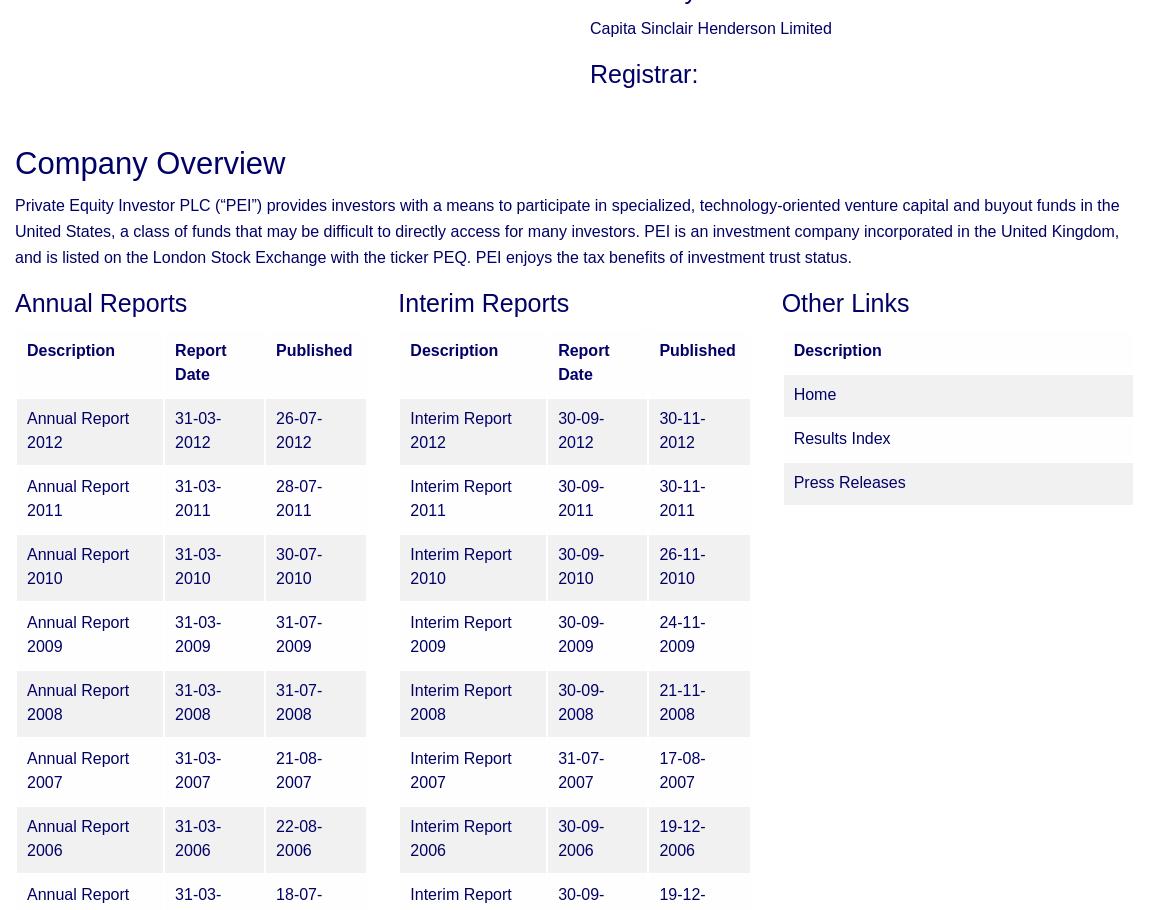 The image size is (1150, 910). Describe the element at coordinates (299, 634) in the screenshot. I see `'31-07-2009'` at that location.